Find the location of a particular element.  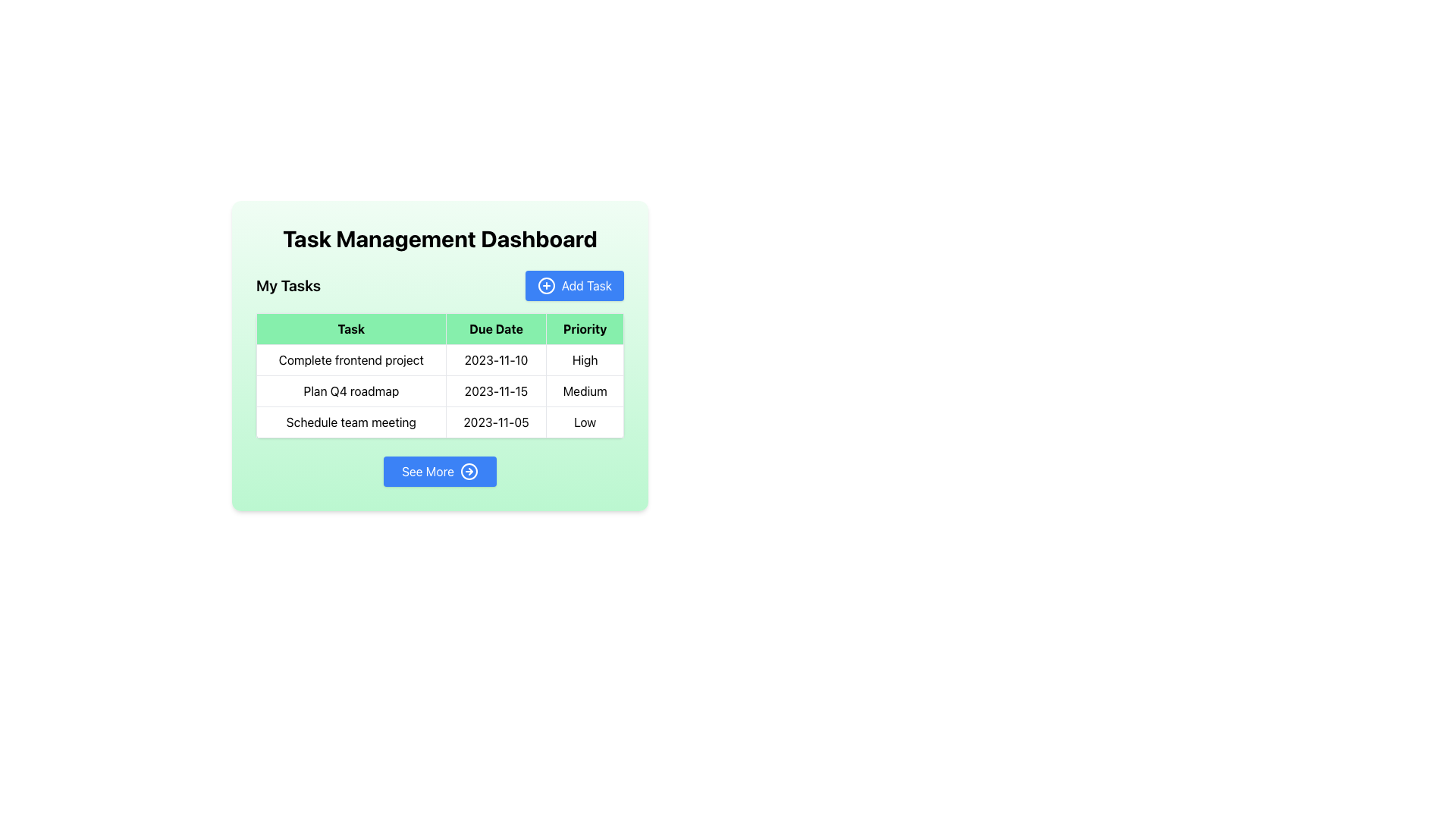

the static text element displaying the date '2023-11-10' in a bold font, which is located in the second column of the first row under the 'Due Date' header is located at coordinates (496, 359).